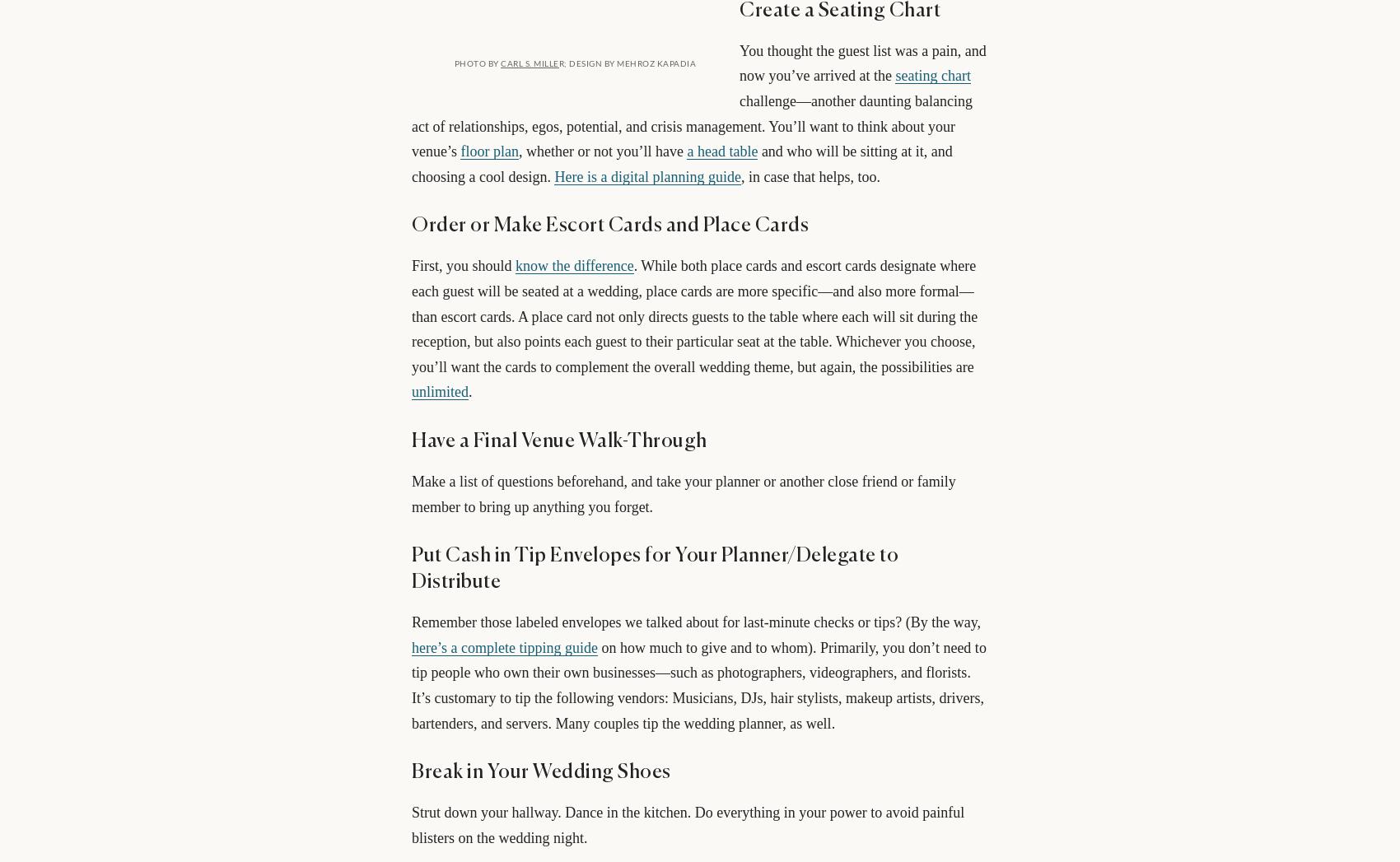  I want to click on 'r; Design by Mehroz Kapadia', so click(558, 63).